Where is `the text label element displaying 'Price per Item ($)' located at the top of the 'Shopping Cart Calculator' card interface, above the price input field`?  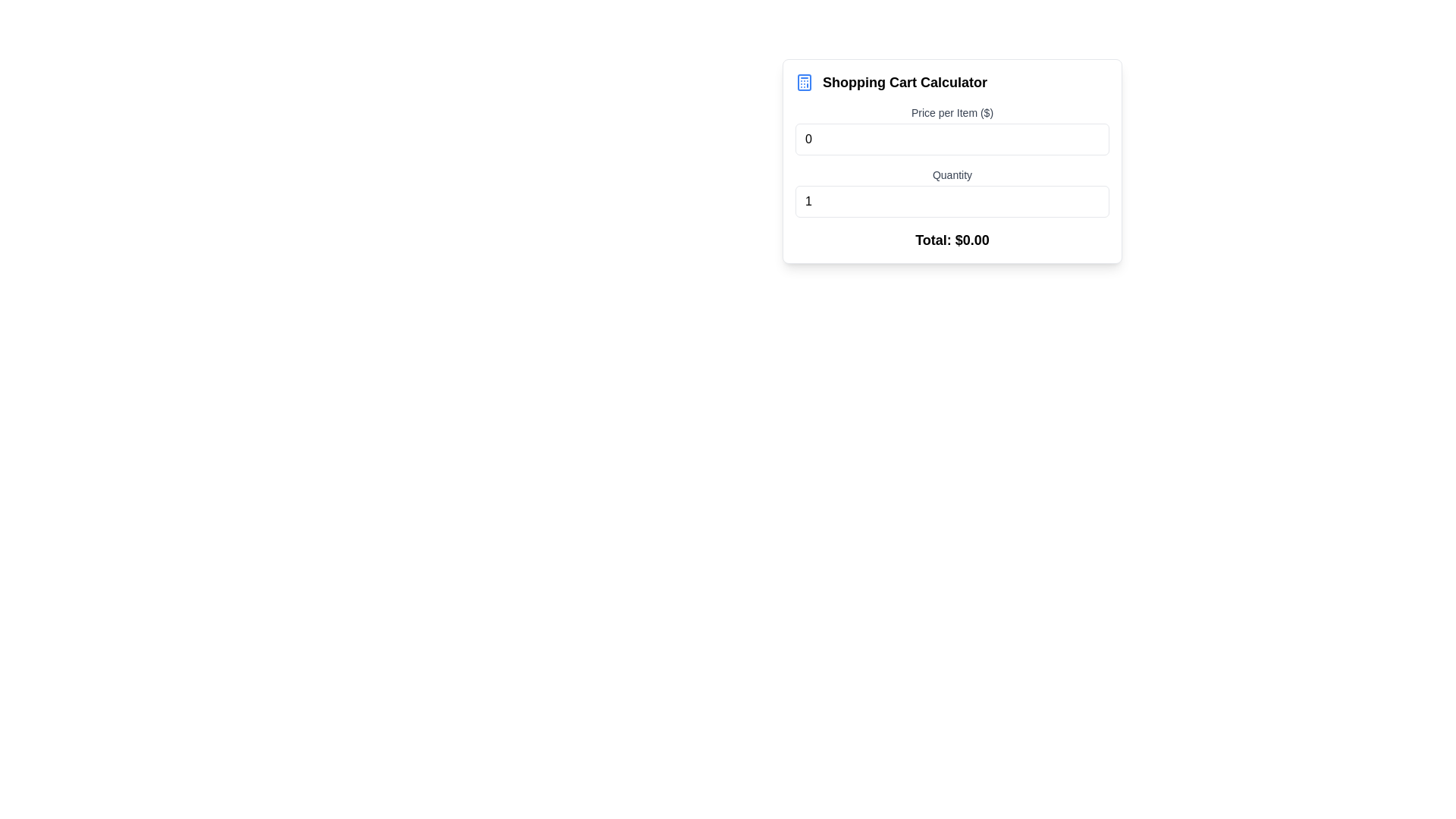
the text label element displaying 'Price per Item ($)' located at the top of the 'Shopping Cart Calculator' card interface, above the price input field is located at coordinates (952, 112).